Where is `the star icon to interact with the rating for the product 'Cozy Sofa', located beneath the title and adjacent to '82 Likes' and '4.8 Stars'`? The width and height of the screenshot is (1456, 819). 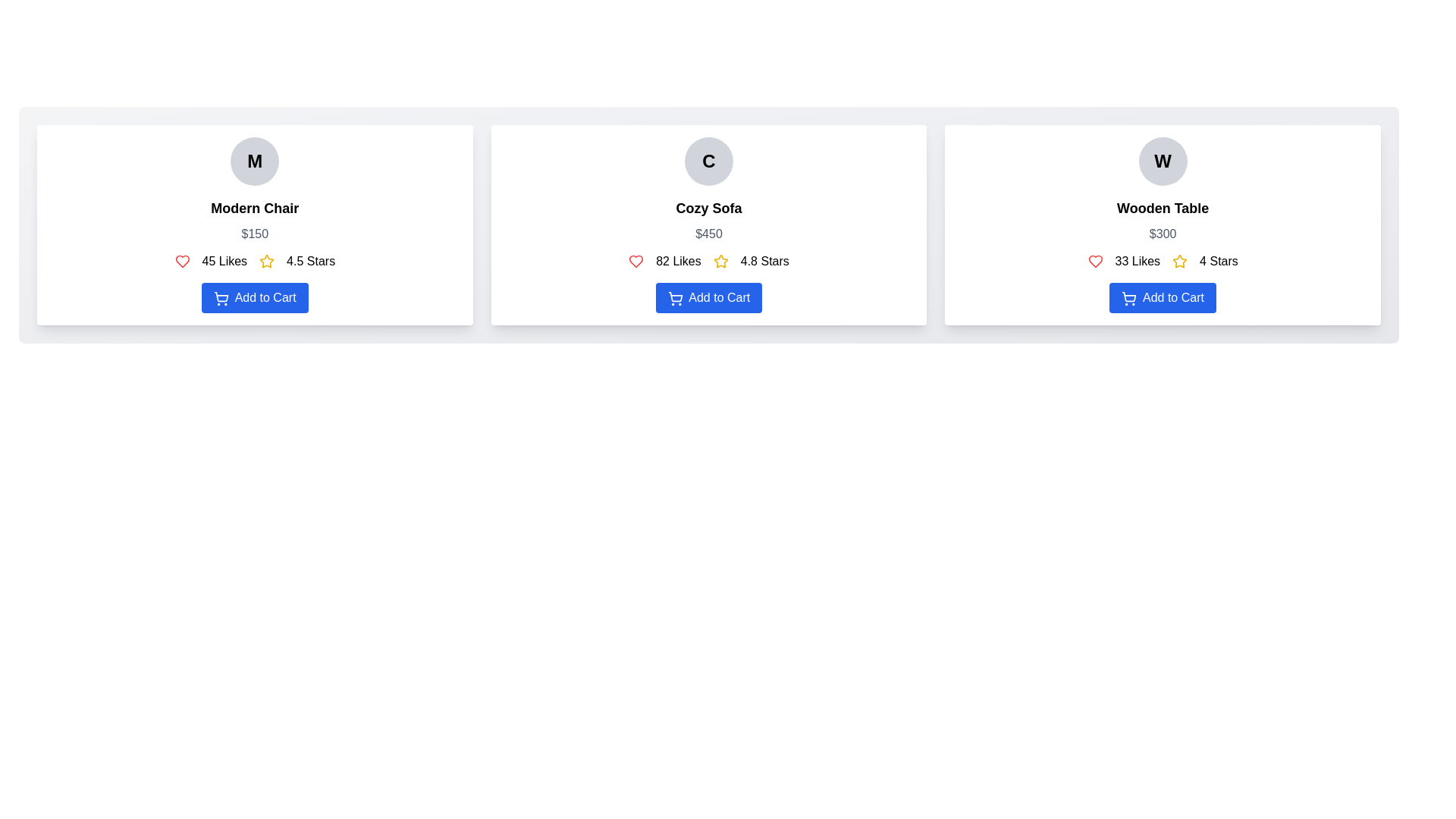
the star icon to interact with the rating for the product 'Cozy Sofa', located beneath the title and adjacent to '82 Likes' and '4.8 Stars' is located at coordinates (720, 260).